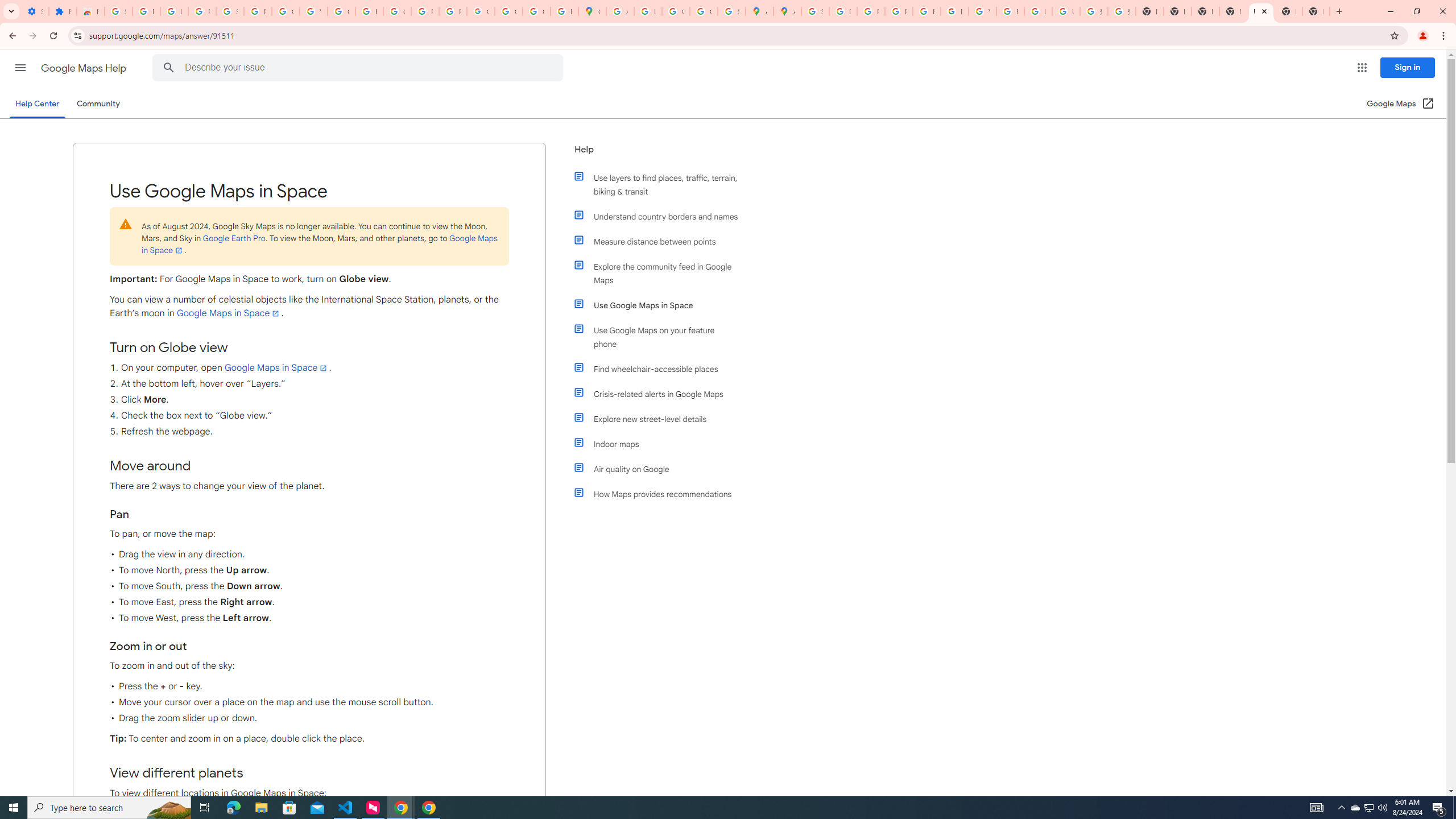 The height and width of the screenshot is (819, 1456). I want to click on 'Reviews: Helix Fruit Jump Arcade Game', so click(90, 11).